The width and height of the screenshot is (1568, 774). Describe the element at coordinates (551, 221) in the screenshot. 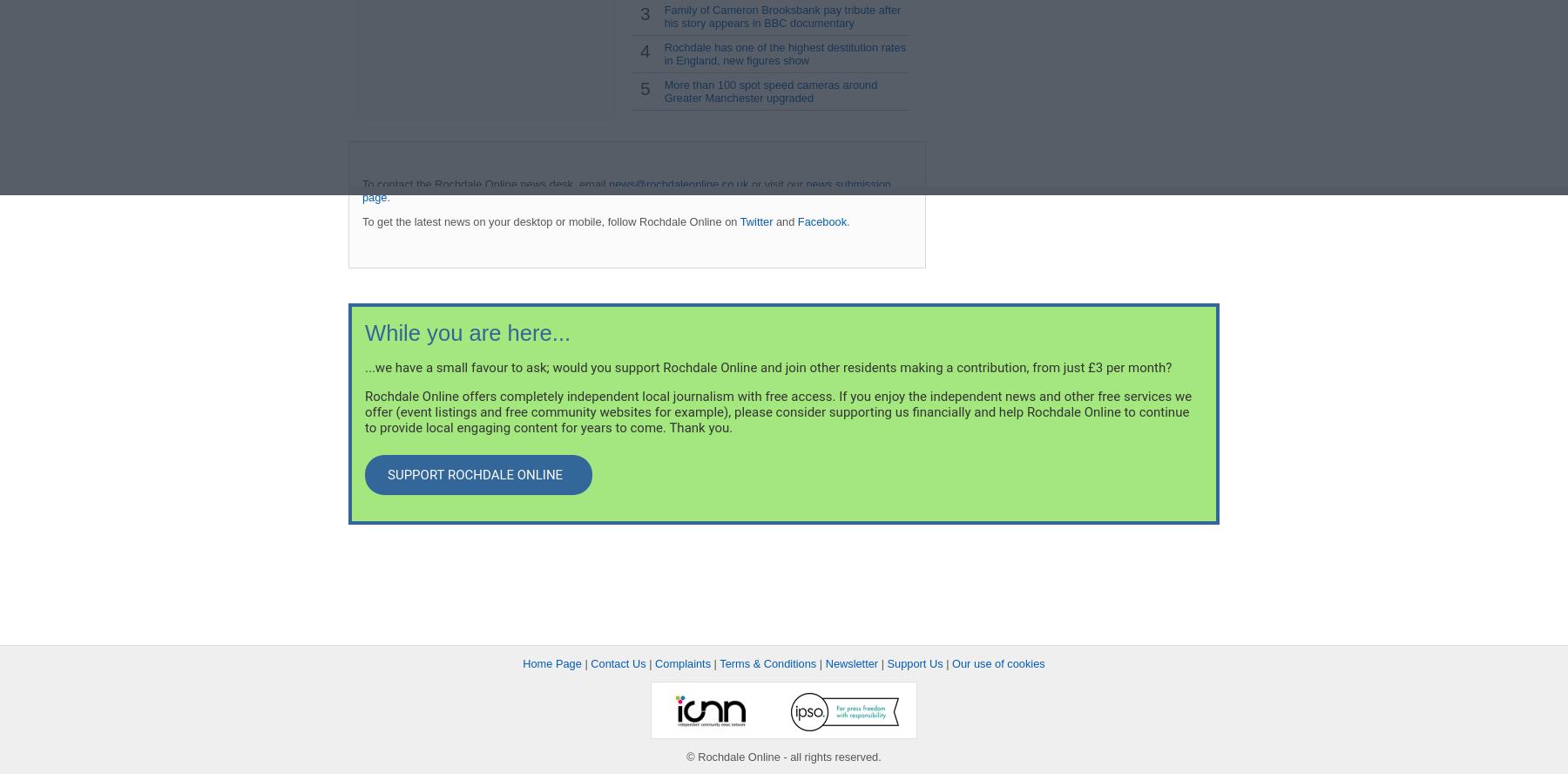

I see `'To get the latest news on your desktop or mobile, follow Rochdale Online  on'` at that location.